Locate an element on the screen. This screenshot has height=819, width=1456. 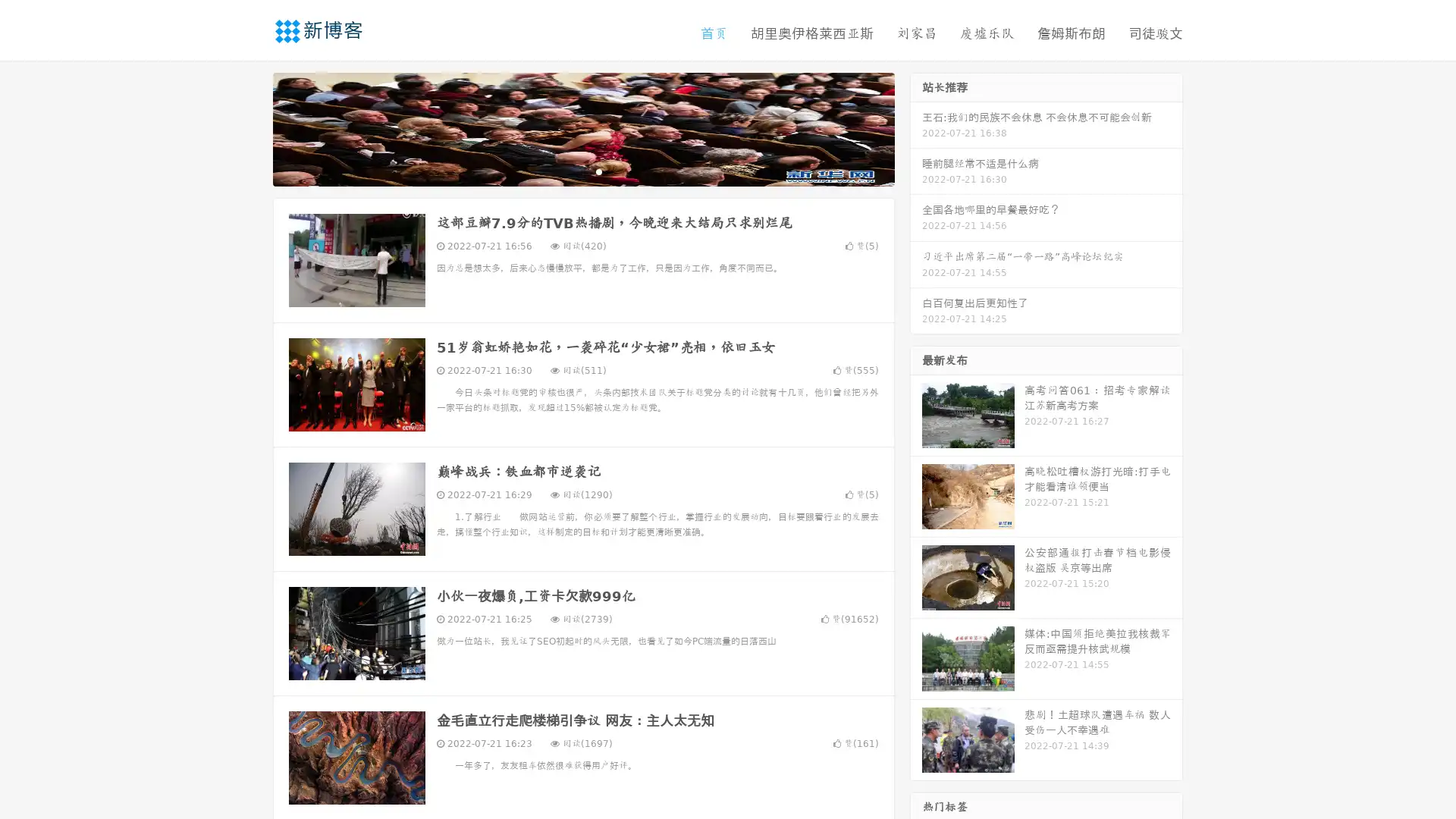
Go to slide 1 is located at coordinates (567, 171).